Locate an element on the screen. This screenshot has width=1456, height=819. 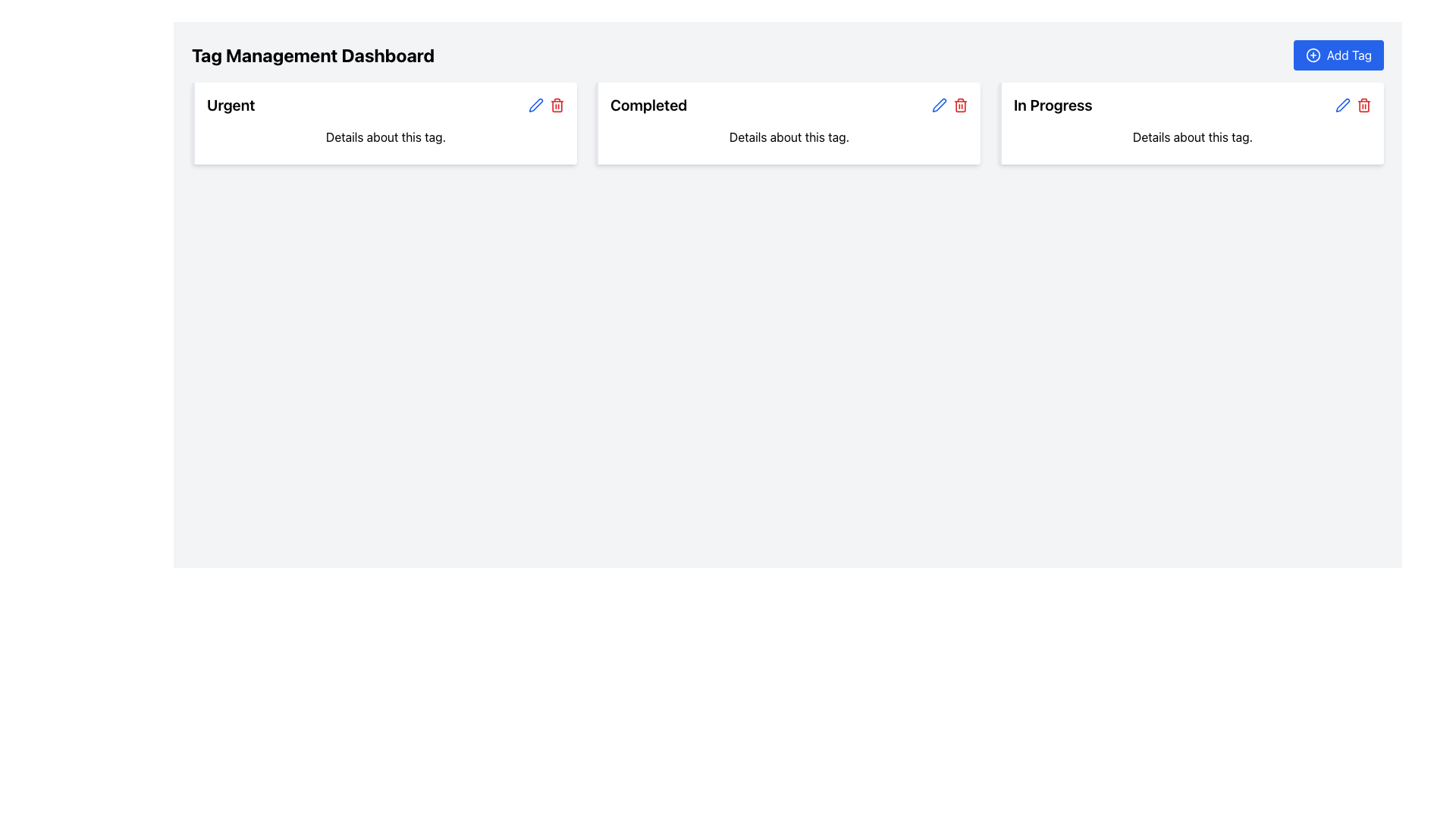
the delete button icon, which is the second icon in the top right corner of the 'Urgent' card is located at coordinates (556, 104).